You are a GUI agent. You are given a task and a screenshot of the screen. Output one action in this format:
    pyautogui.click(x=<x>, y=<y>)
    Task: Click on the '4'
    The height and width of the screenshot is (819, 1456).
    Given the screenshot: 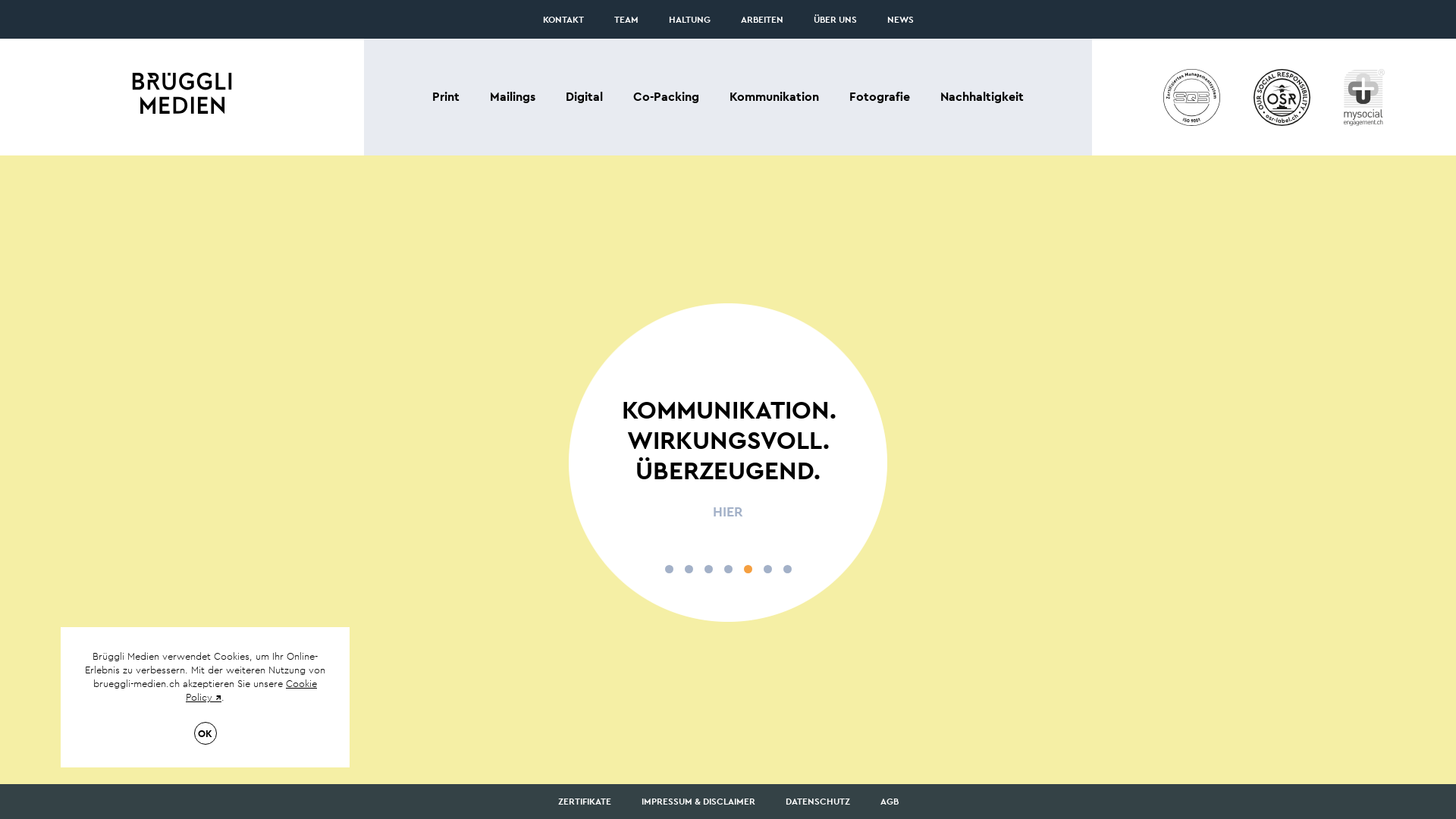 What is the action you would take?
    pyautogui.click(x=726, y=569)
    